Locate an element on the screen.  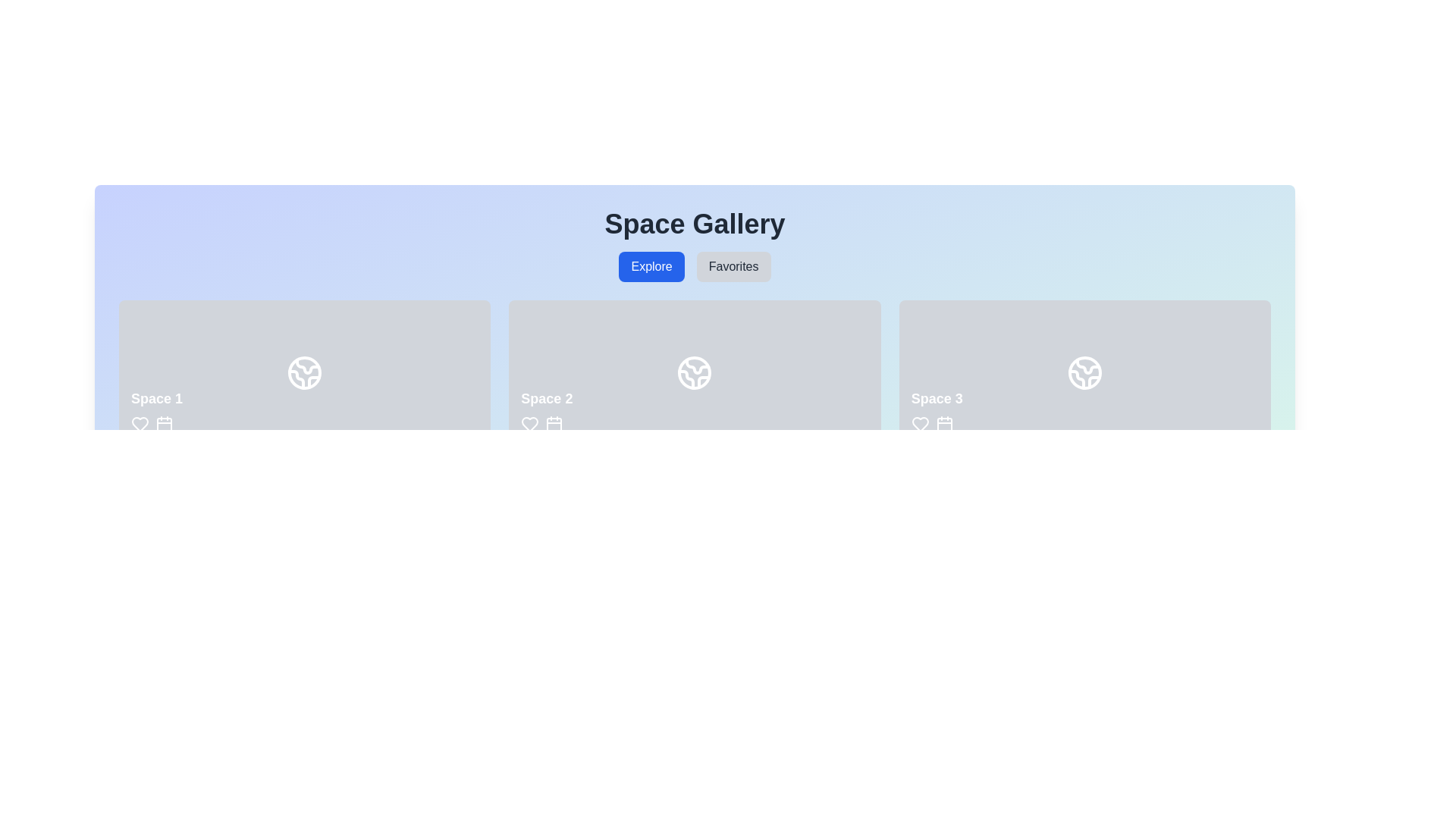
the heart icon located at the bottom-left corner of the 'Space 3' card to mark it as a favorite is located at coordinates (919, 424).